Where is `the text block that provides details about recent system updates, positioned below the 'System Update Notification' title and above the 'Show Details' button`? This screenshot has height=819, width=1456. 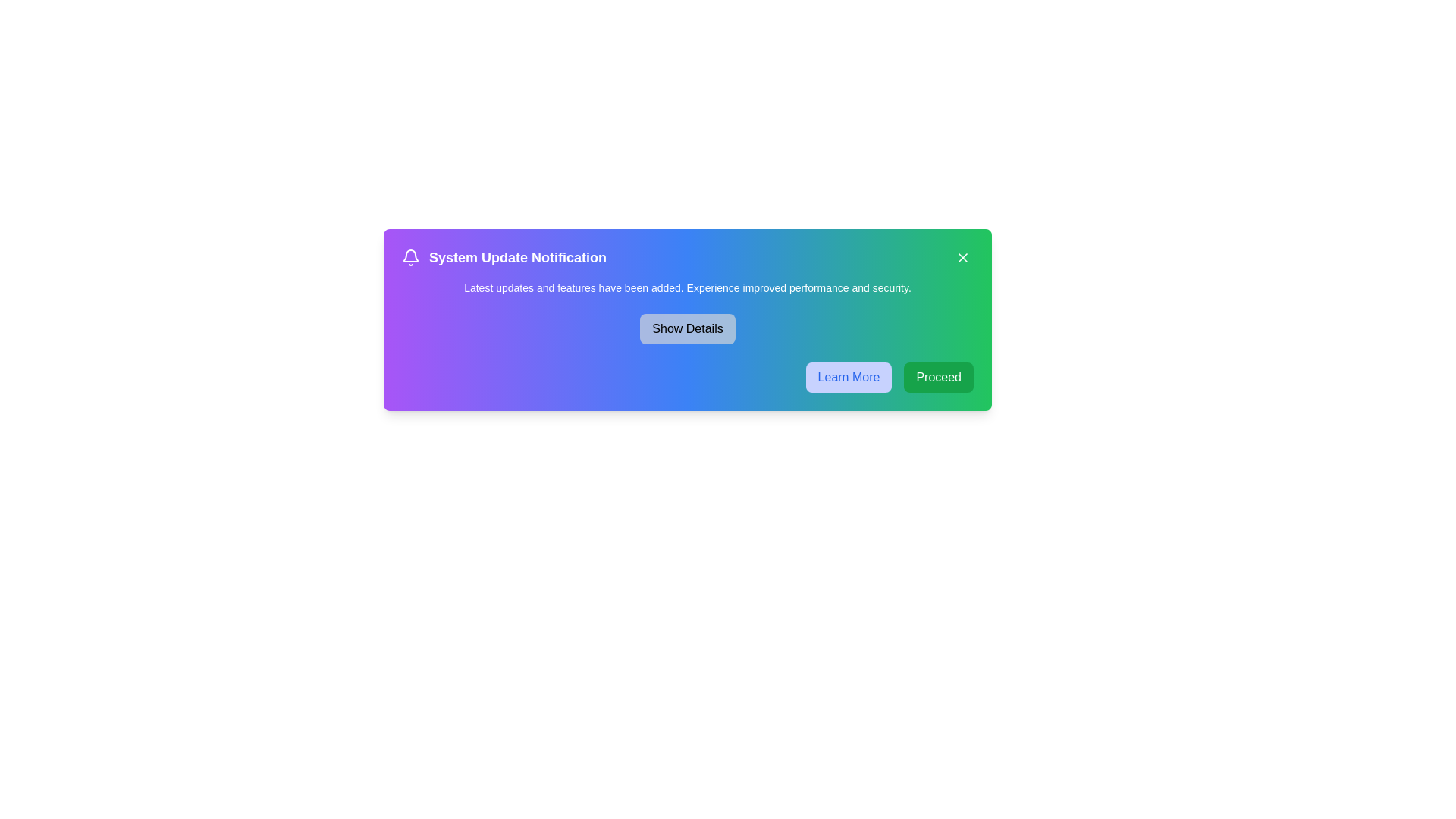 the text block that provides details about recent system updates, positioned below the 'System Update Notification' title and above the 'Show Details' button is located at coordinates (687, 288).